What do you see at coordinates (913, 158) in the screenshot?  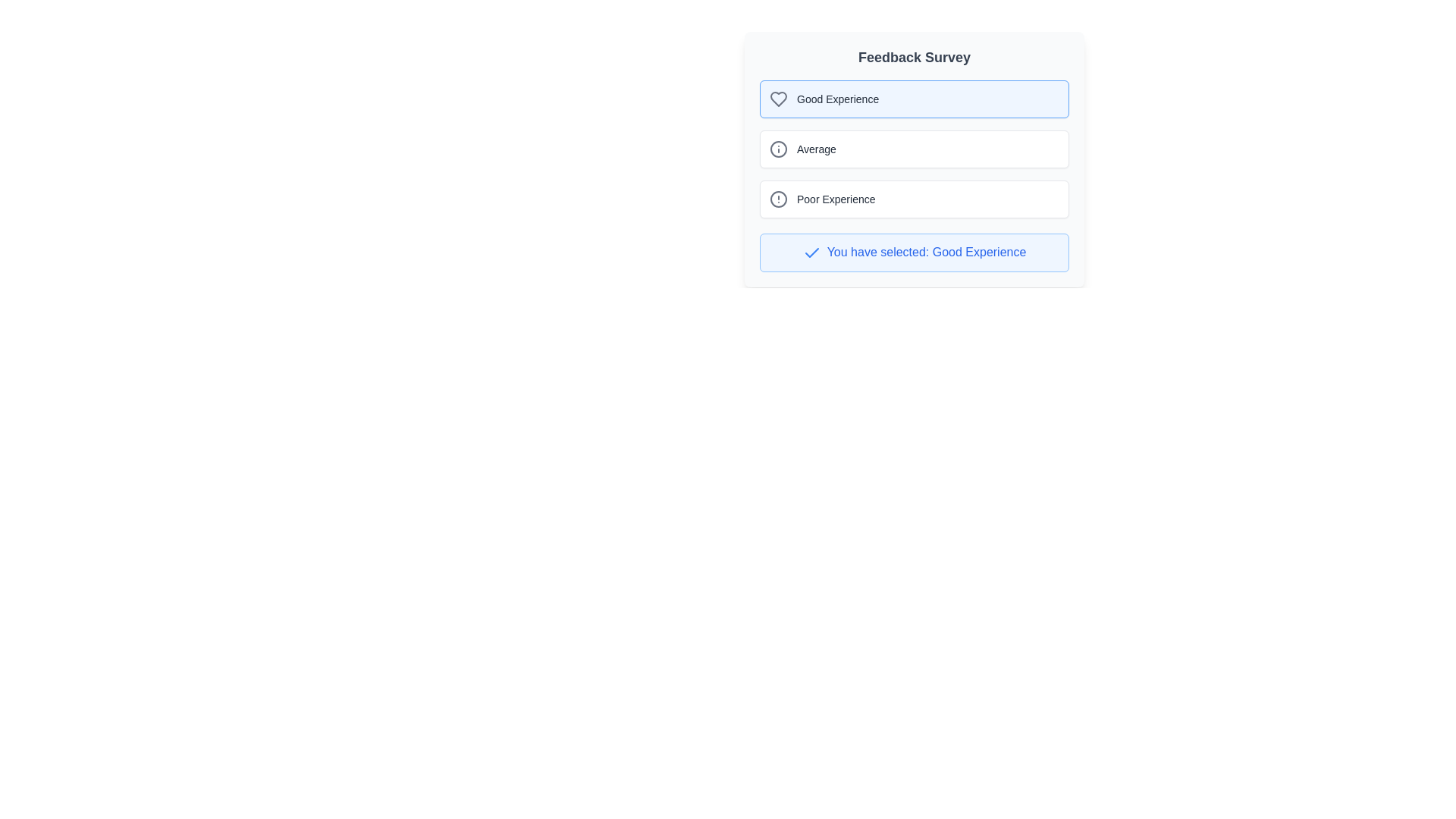 I see `the 'Average' button in the feedback survey interface` at bounding box center [913, 158].